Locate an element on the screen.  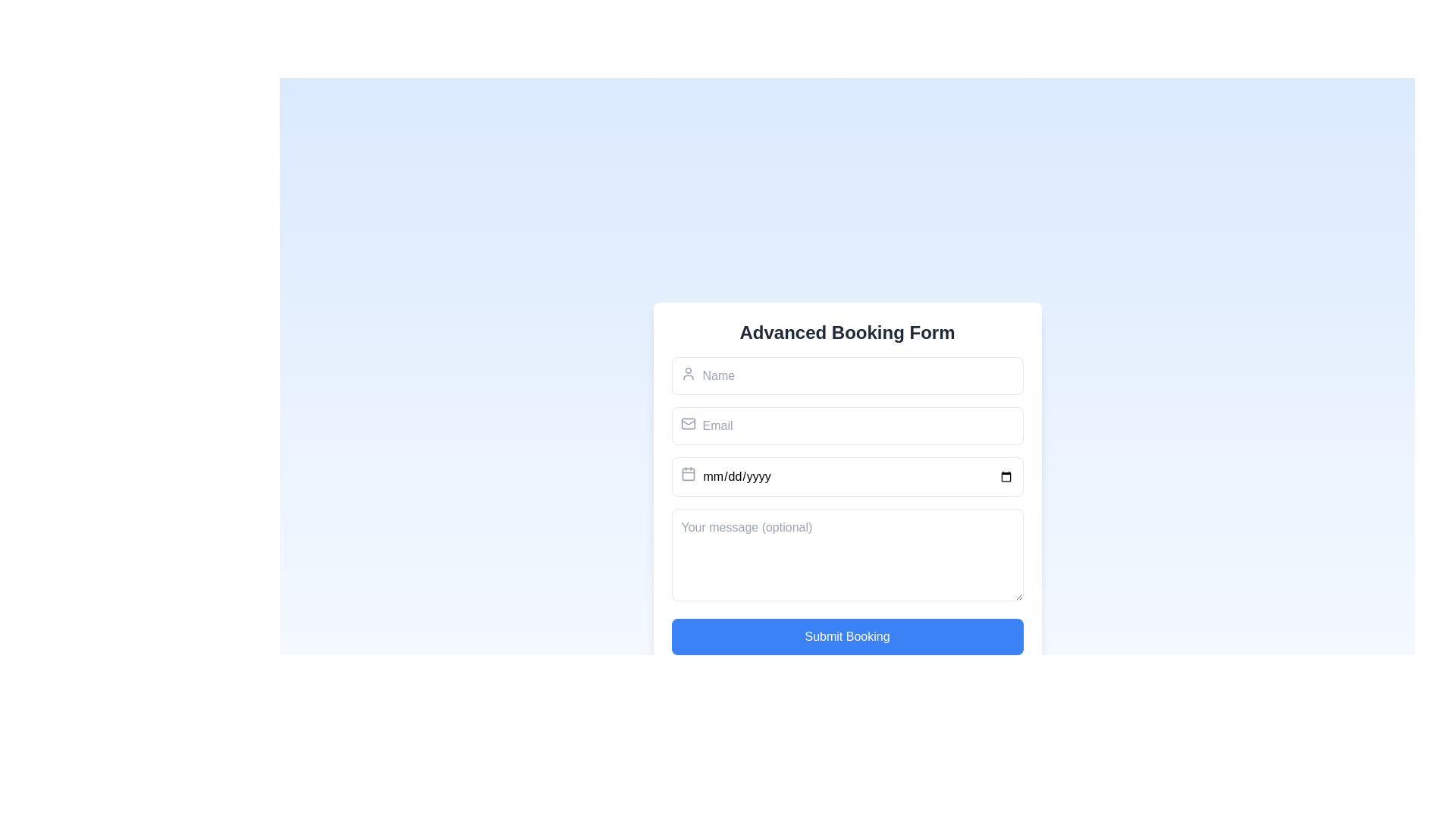
the email input field with rounded corners and a light background to focus into it is located at coordinates (846, 425).